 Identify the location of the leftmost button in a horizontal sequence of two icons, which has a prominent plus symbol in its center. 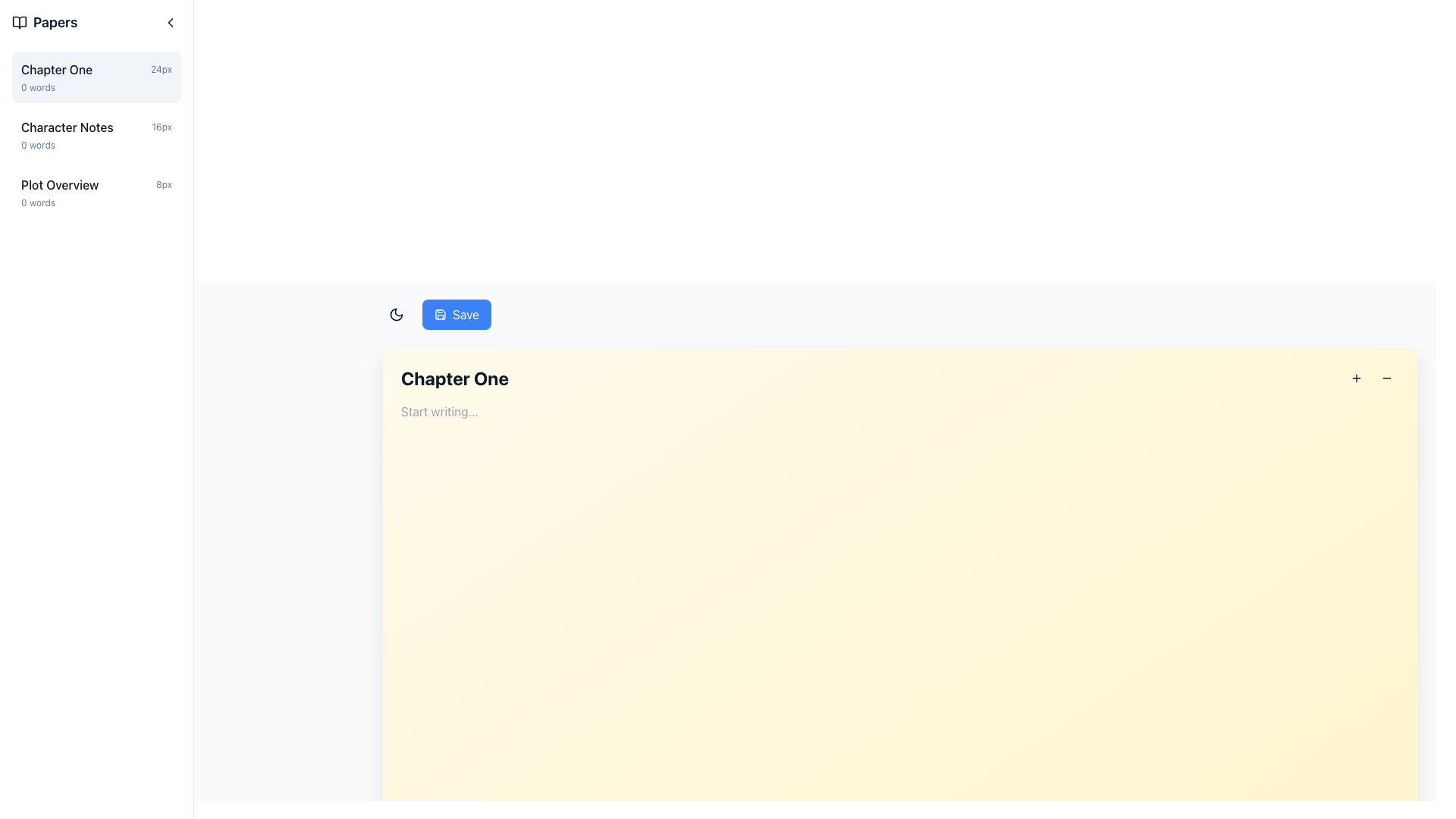
(1357, 377).